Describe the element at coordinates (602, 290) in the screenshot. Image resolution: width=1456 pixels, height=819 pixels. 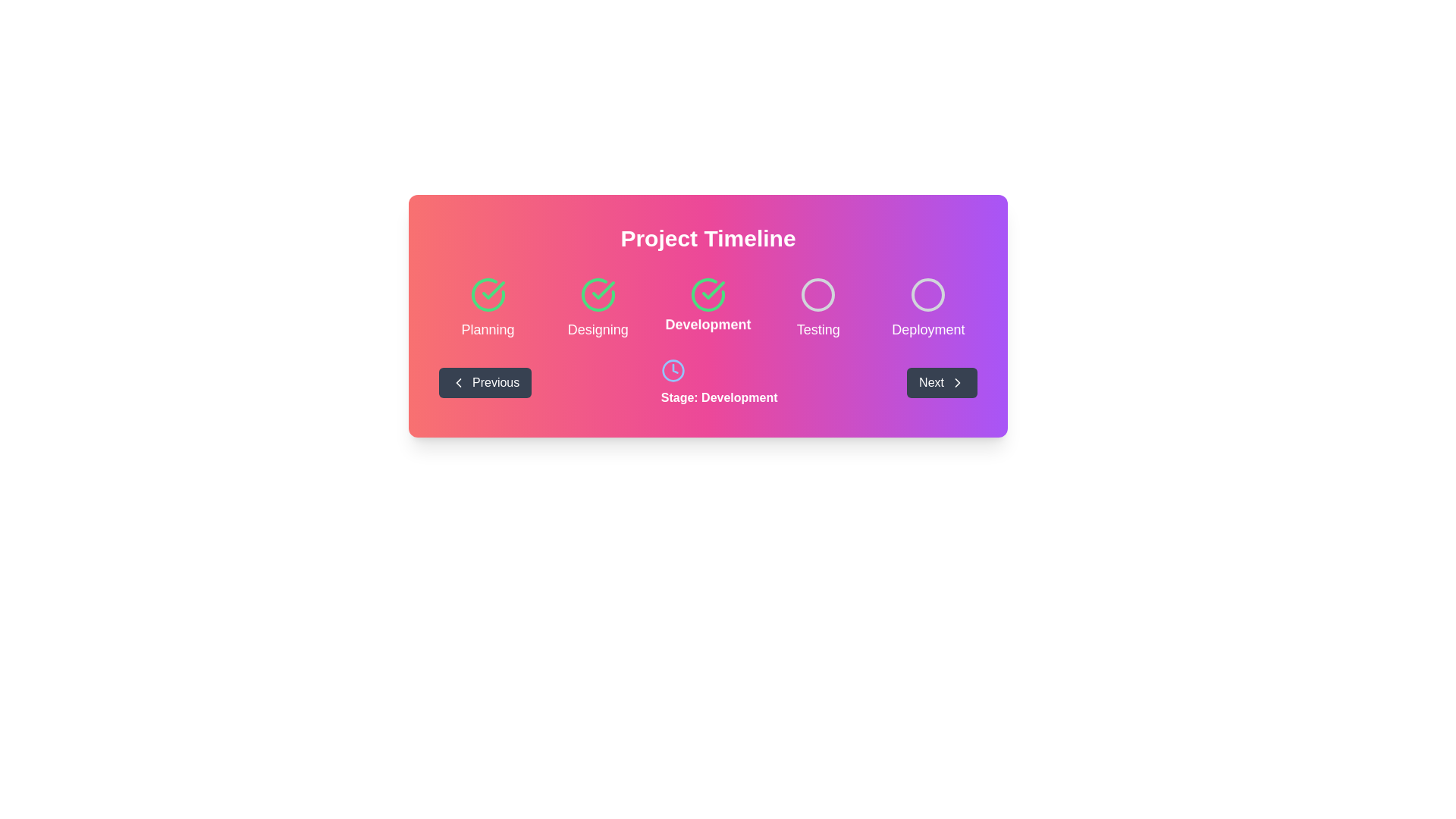
I see `the second checkmark icon in the timeline, which is styled with a green stroke and set within a circular frame` at that location.